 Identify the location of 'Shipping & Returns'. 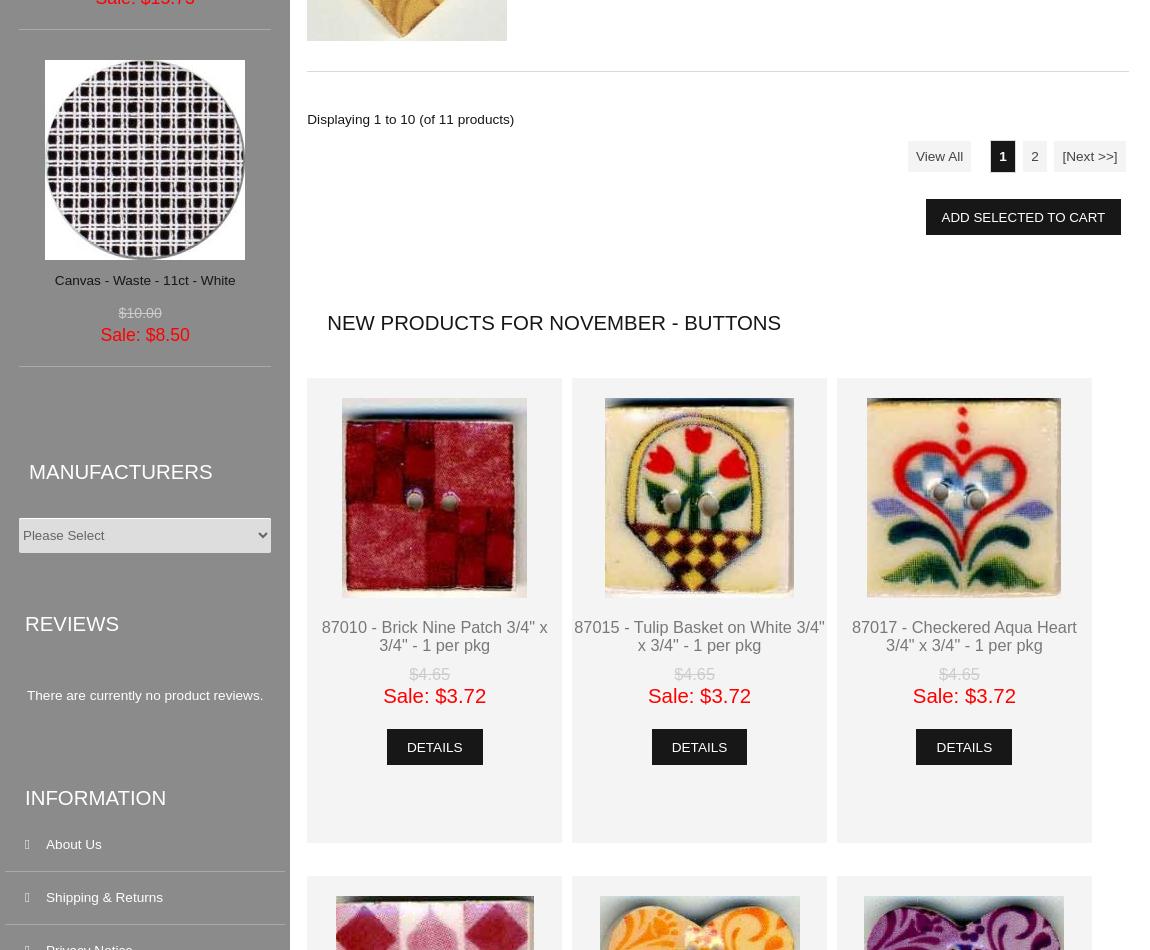
(103, 896).